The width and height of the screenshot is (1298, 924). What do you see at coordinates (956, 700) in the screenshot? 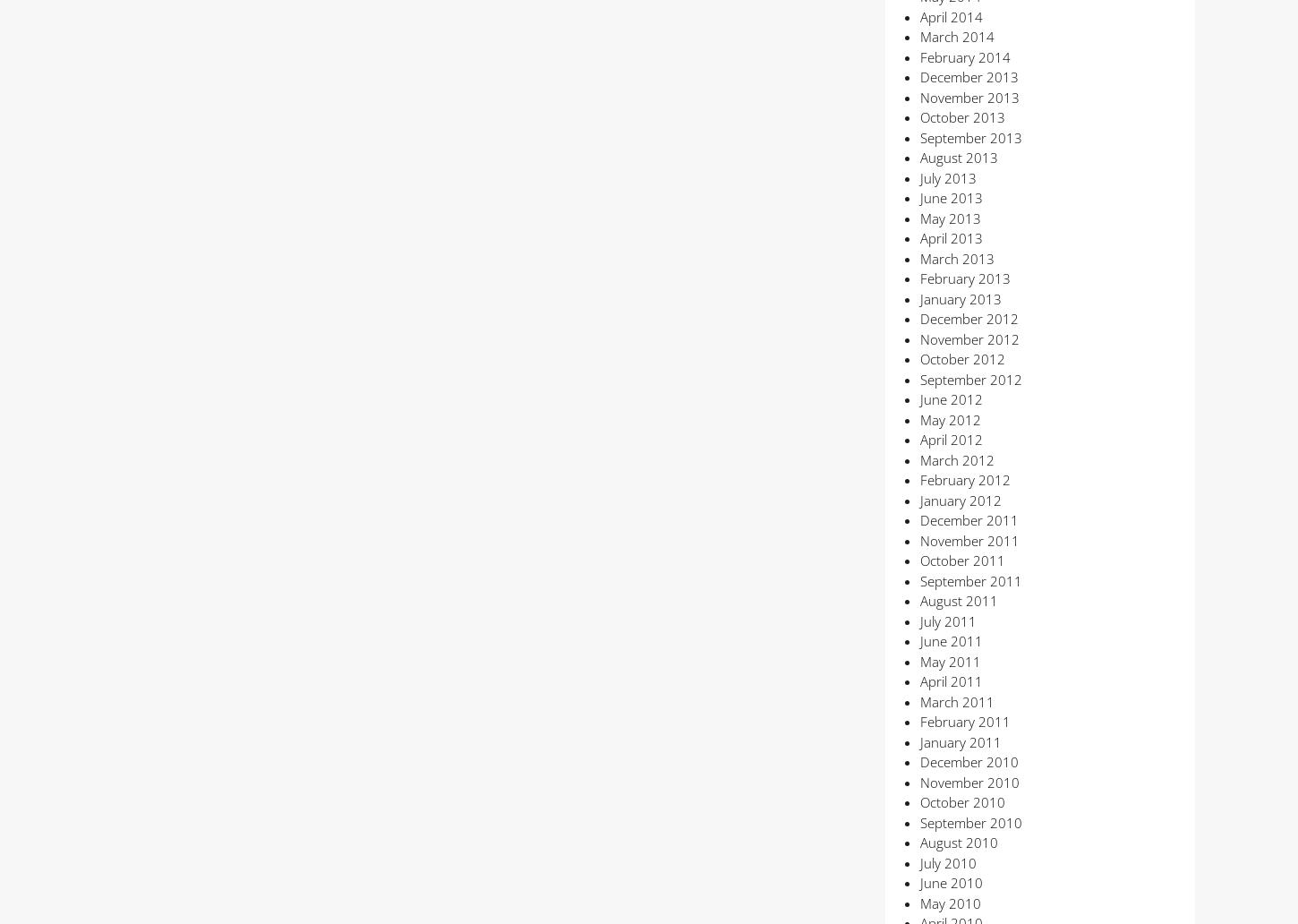
I see `'March 2011'` at bounding box center [956, 700].